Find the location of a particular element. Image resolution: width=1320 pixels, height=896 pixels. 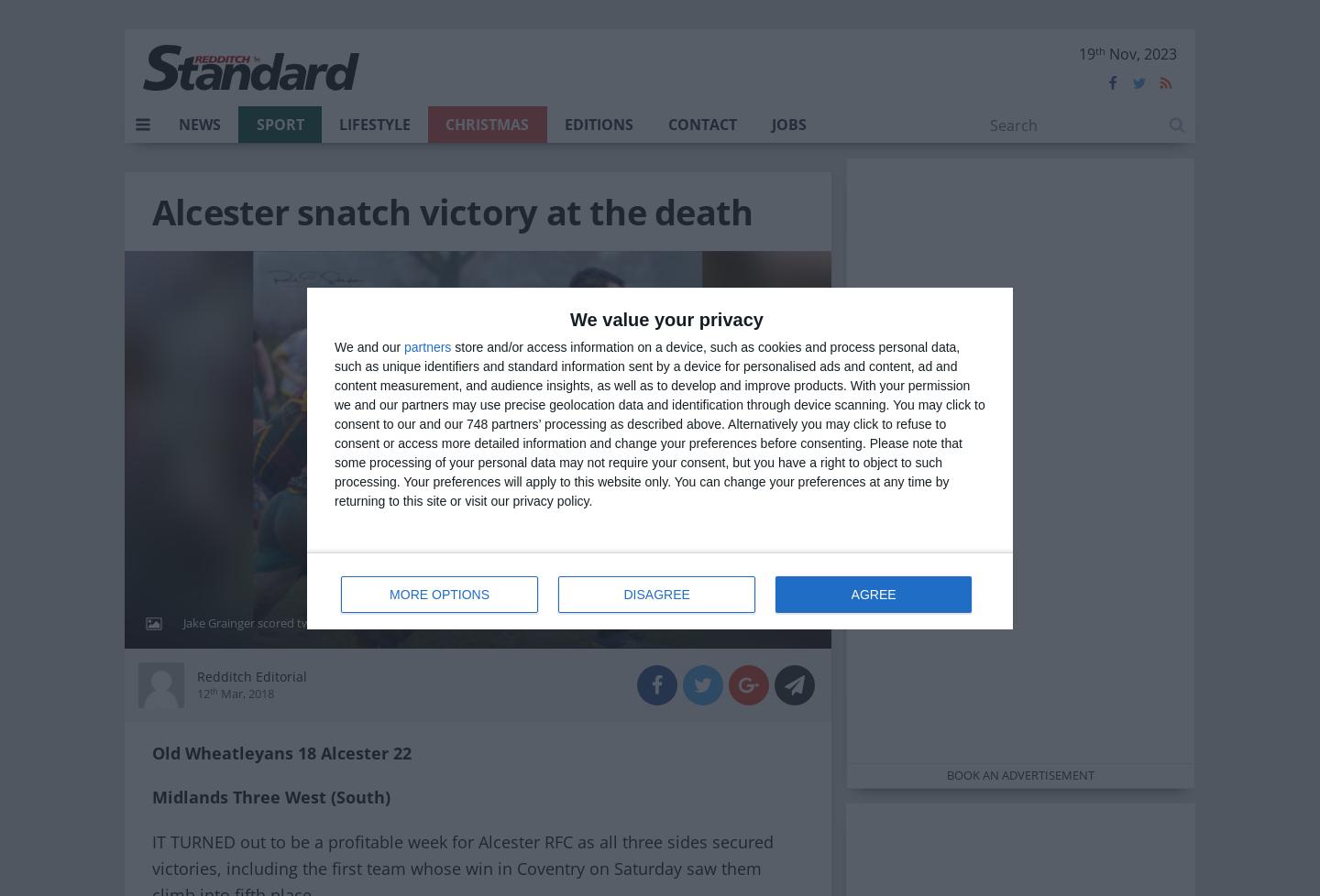

'12' is located at coordinates (203, 691).